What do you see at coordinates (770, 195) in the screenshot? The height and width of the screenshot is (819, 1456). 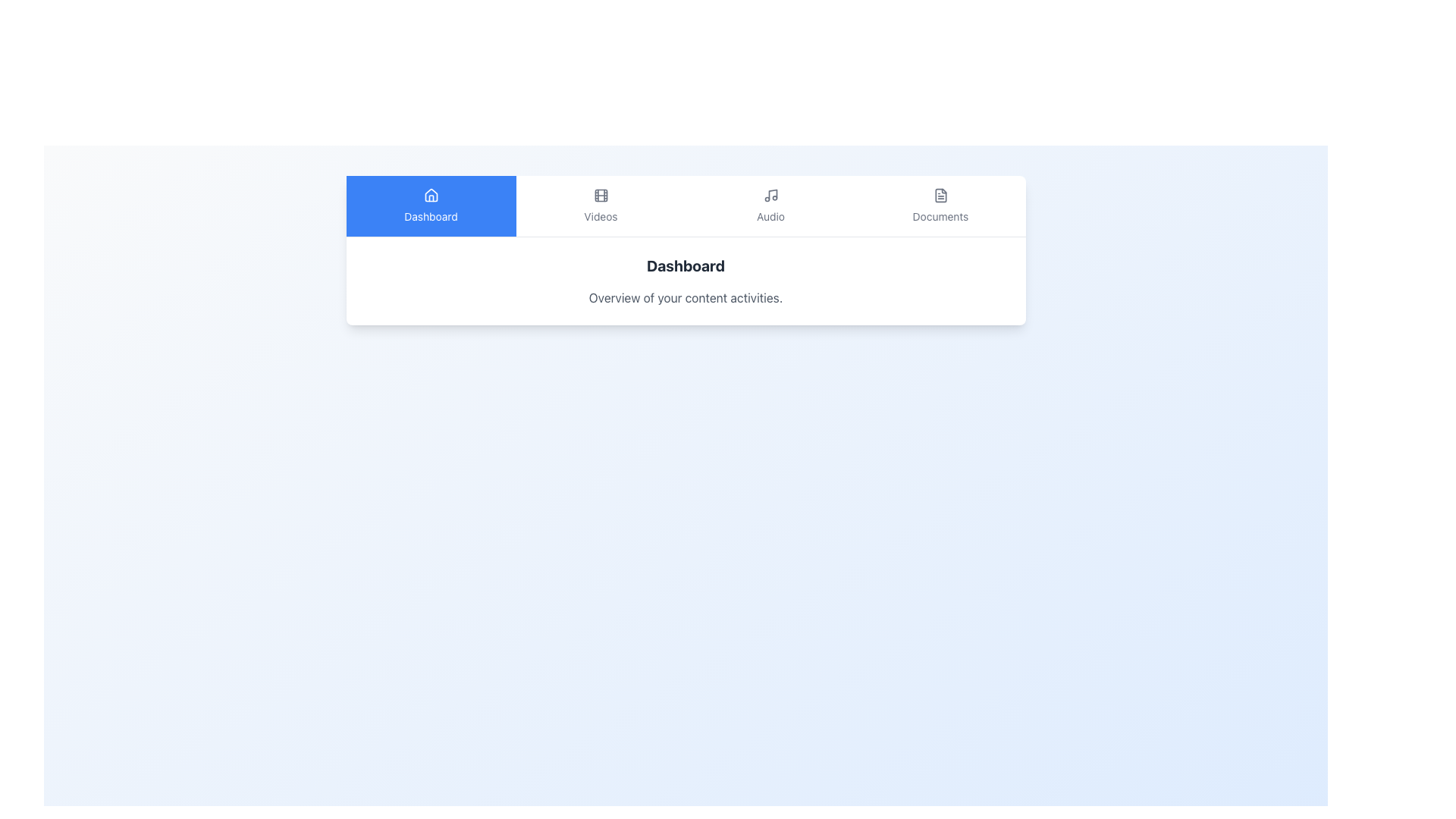 I see `the musical note icon in the navigation menu` at bounding box center [770, 195].